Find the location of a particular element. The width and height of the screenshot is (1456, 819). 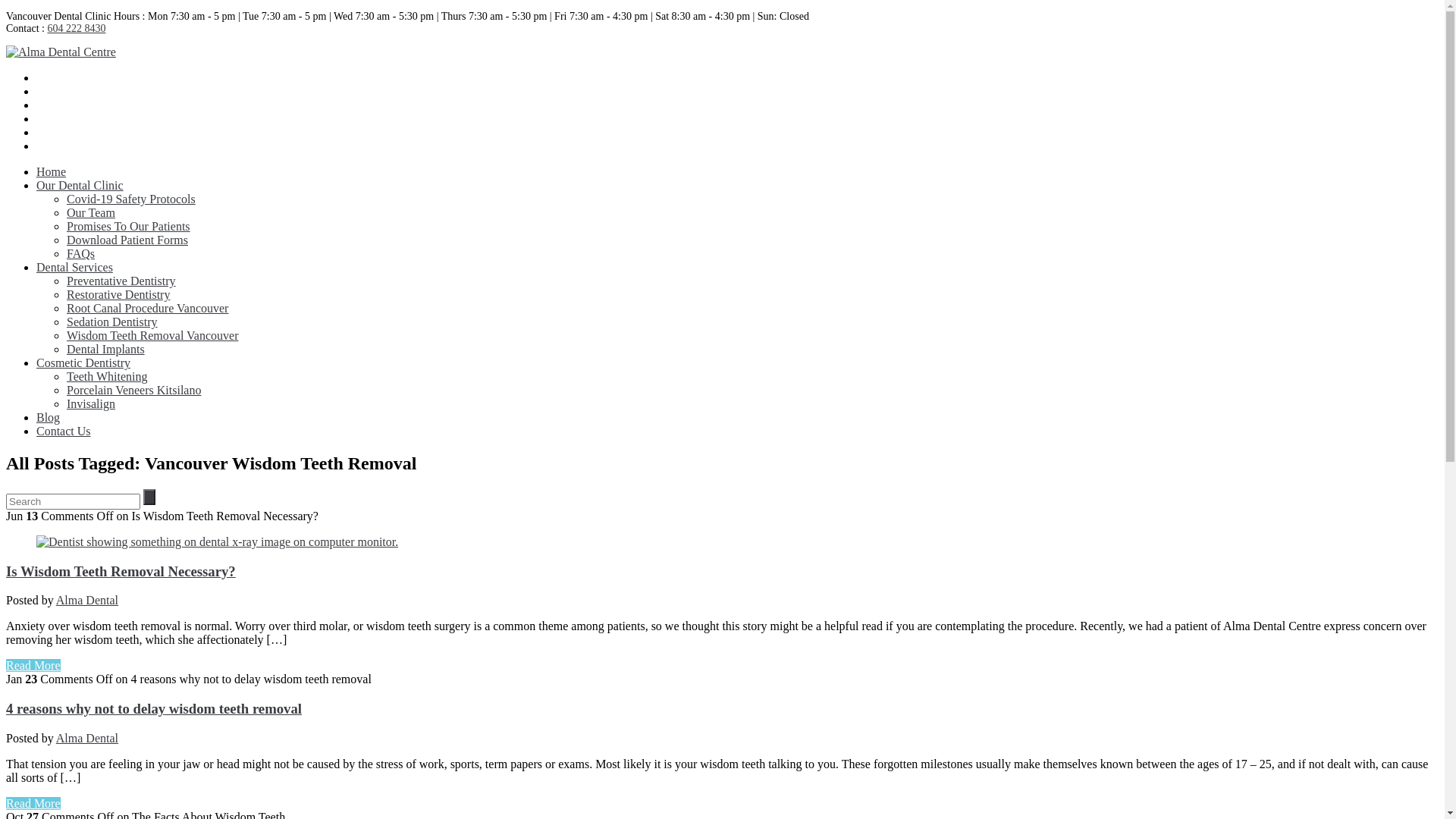

'604 222 8430' is located at coordinates (47, 28).